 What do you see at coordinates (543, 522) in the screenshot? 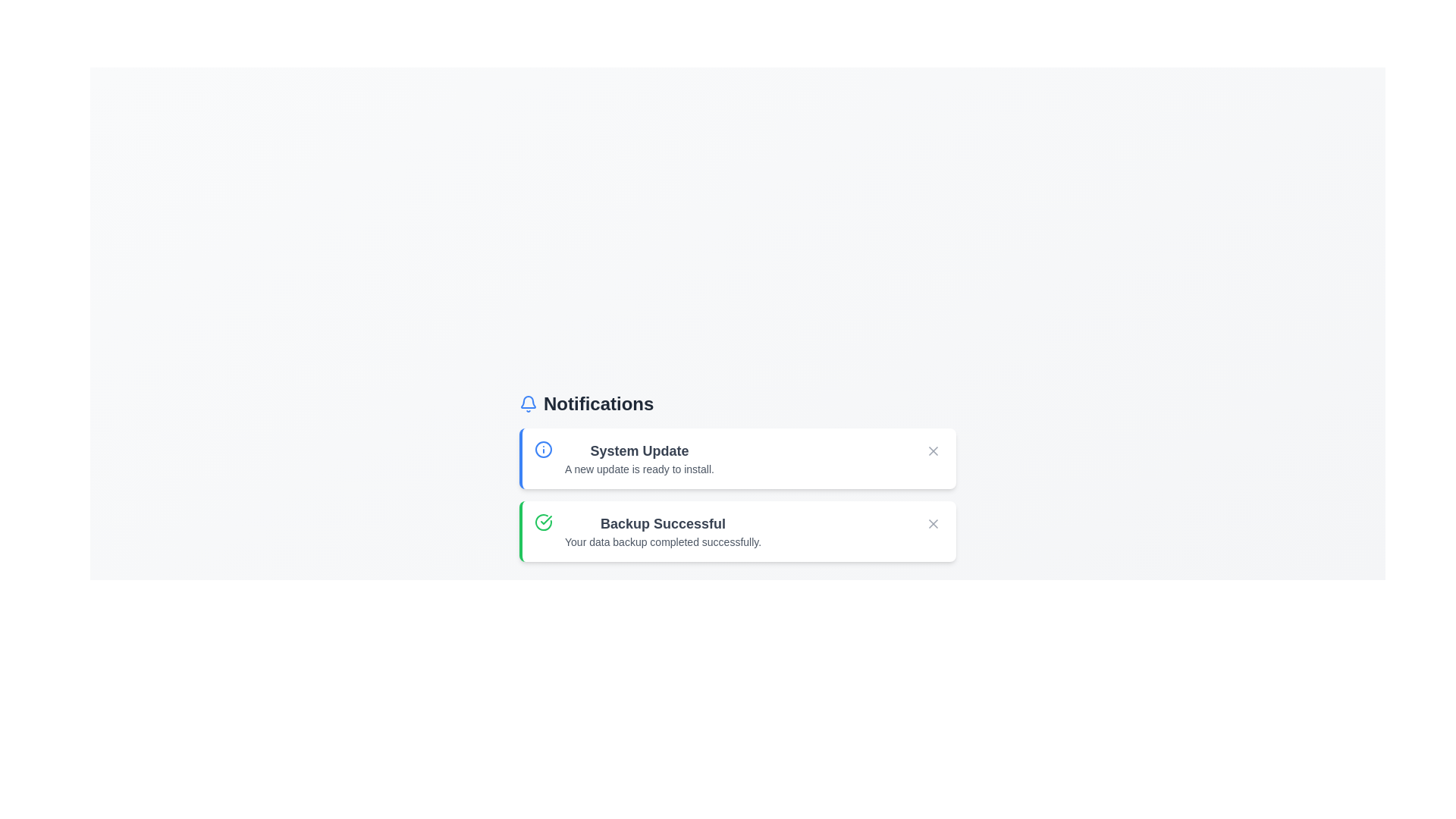
I see `the visual indicator icon confirming the success of the backup process, located at the upper-left corner of the 'Backup Successful' notification box` at bounding box center [543, 522].